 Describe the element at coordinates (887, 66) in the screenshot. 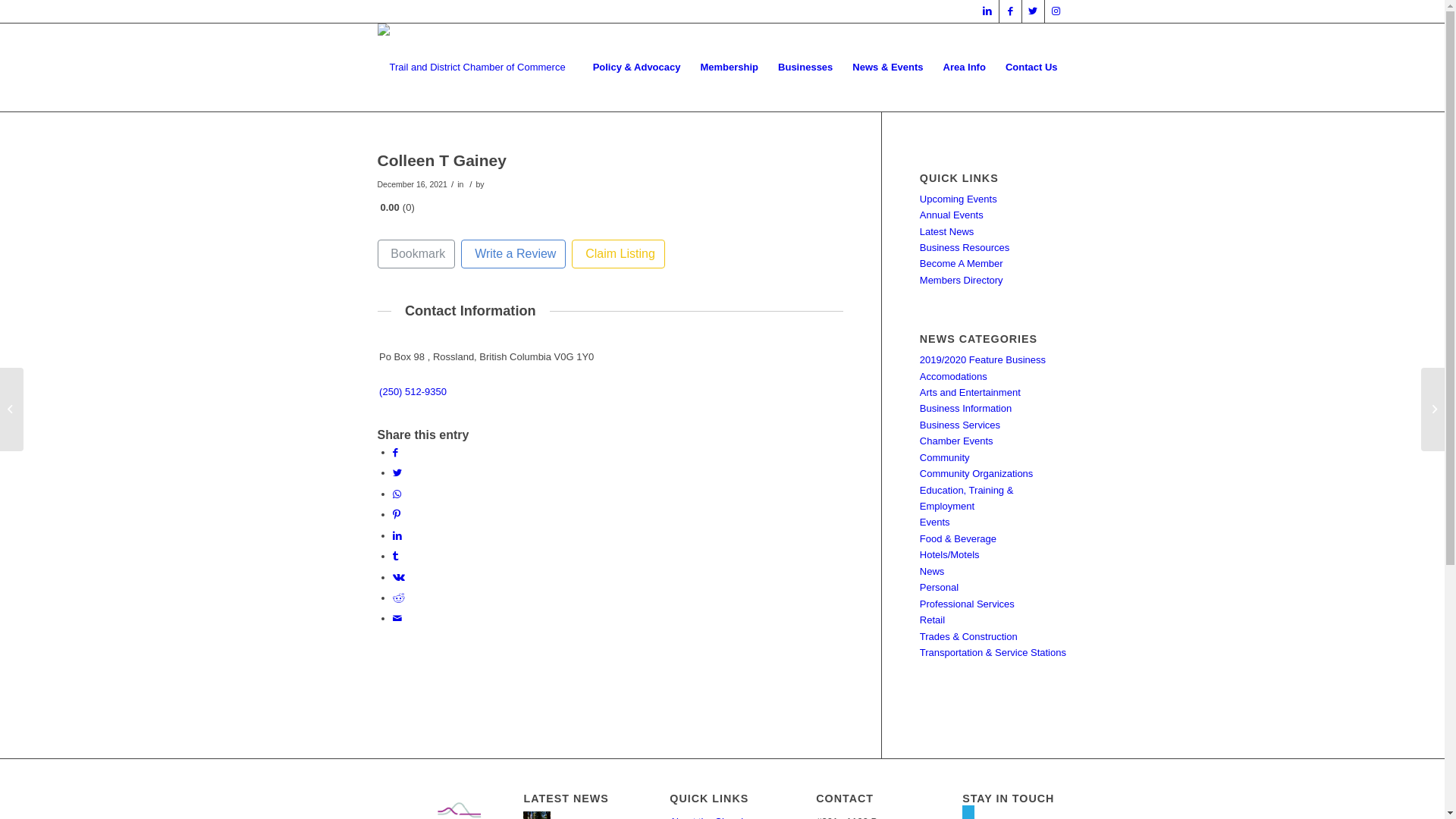

I see `'News & Events'` at that location.